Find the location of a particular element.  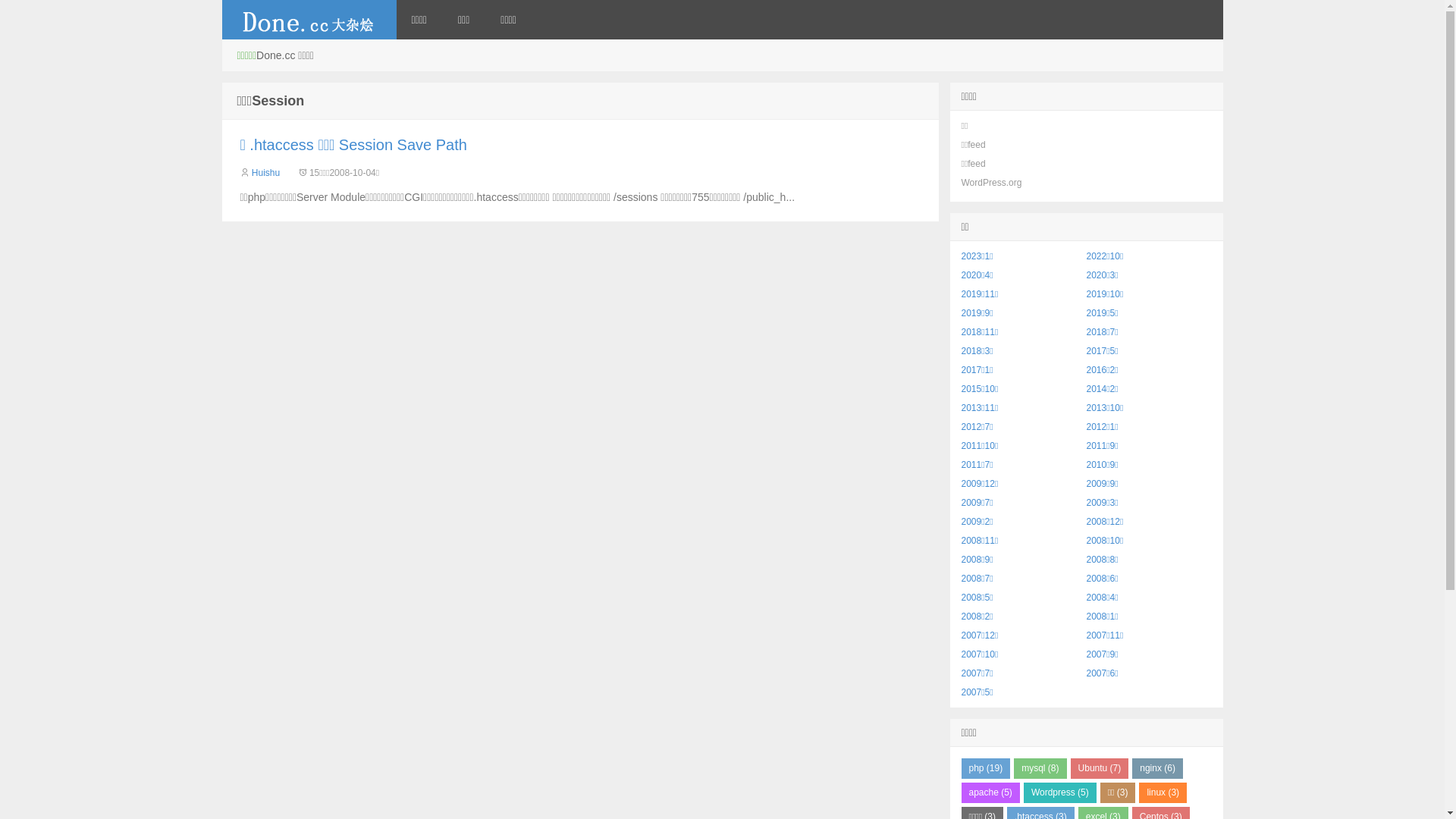

'mysql (8)' is located at coordinates (1039, 768).